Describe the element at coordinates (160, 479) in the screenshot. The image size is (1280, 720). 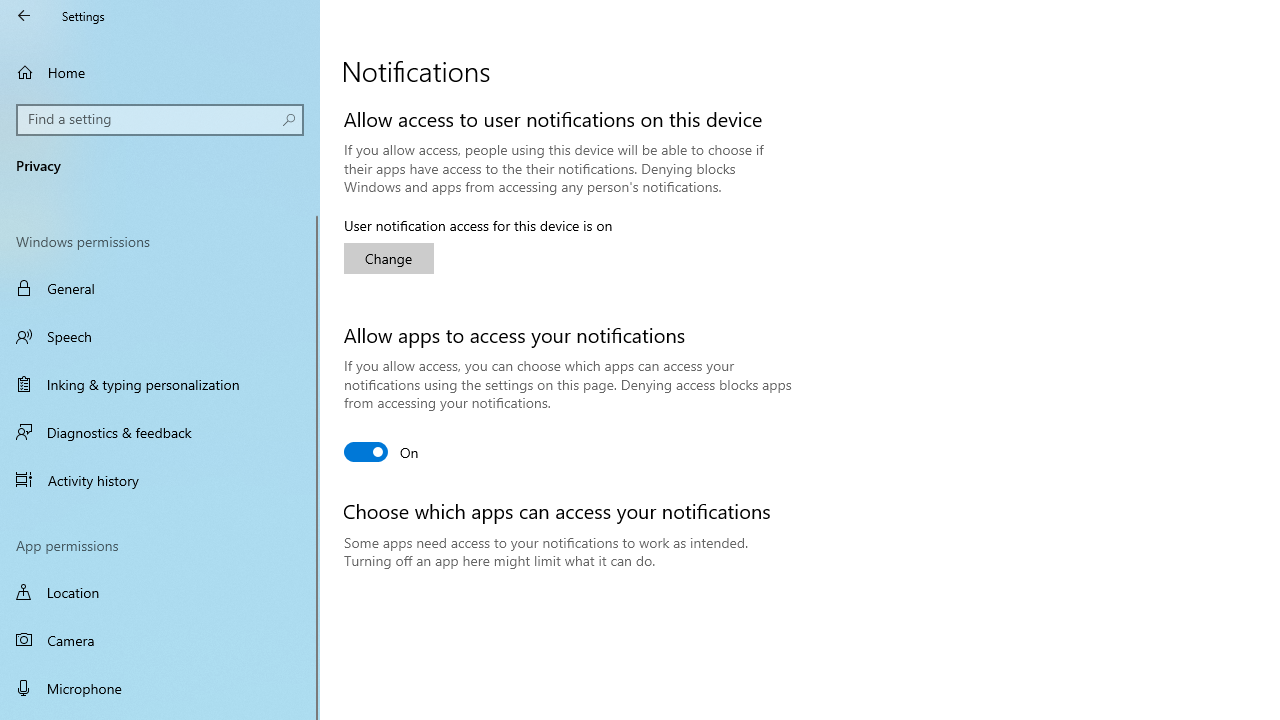
I see `'Activity history'` at that location.